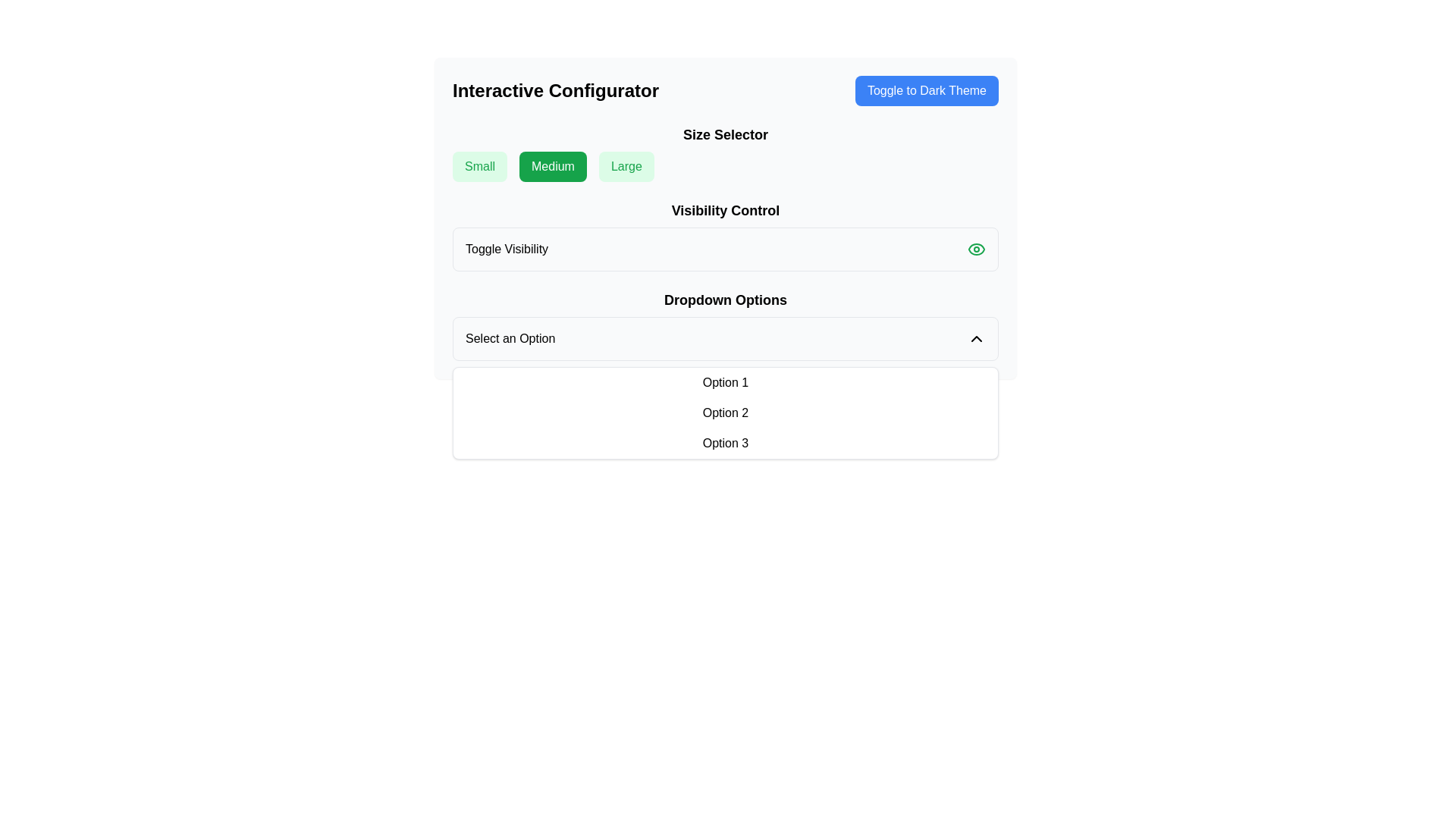 This screenshot has height=819, width=1456. What do you see at coordinates (724, 210) in the screenshot?
I see `the bold text element labeled 'Visibility Control', which is centrally located above the 'Toggle Visibility' element and below the 'Size Selector' section` at bounding box center [724, 210].